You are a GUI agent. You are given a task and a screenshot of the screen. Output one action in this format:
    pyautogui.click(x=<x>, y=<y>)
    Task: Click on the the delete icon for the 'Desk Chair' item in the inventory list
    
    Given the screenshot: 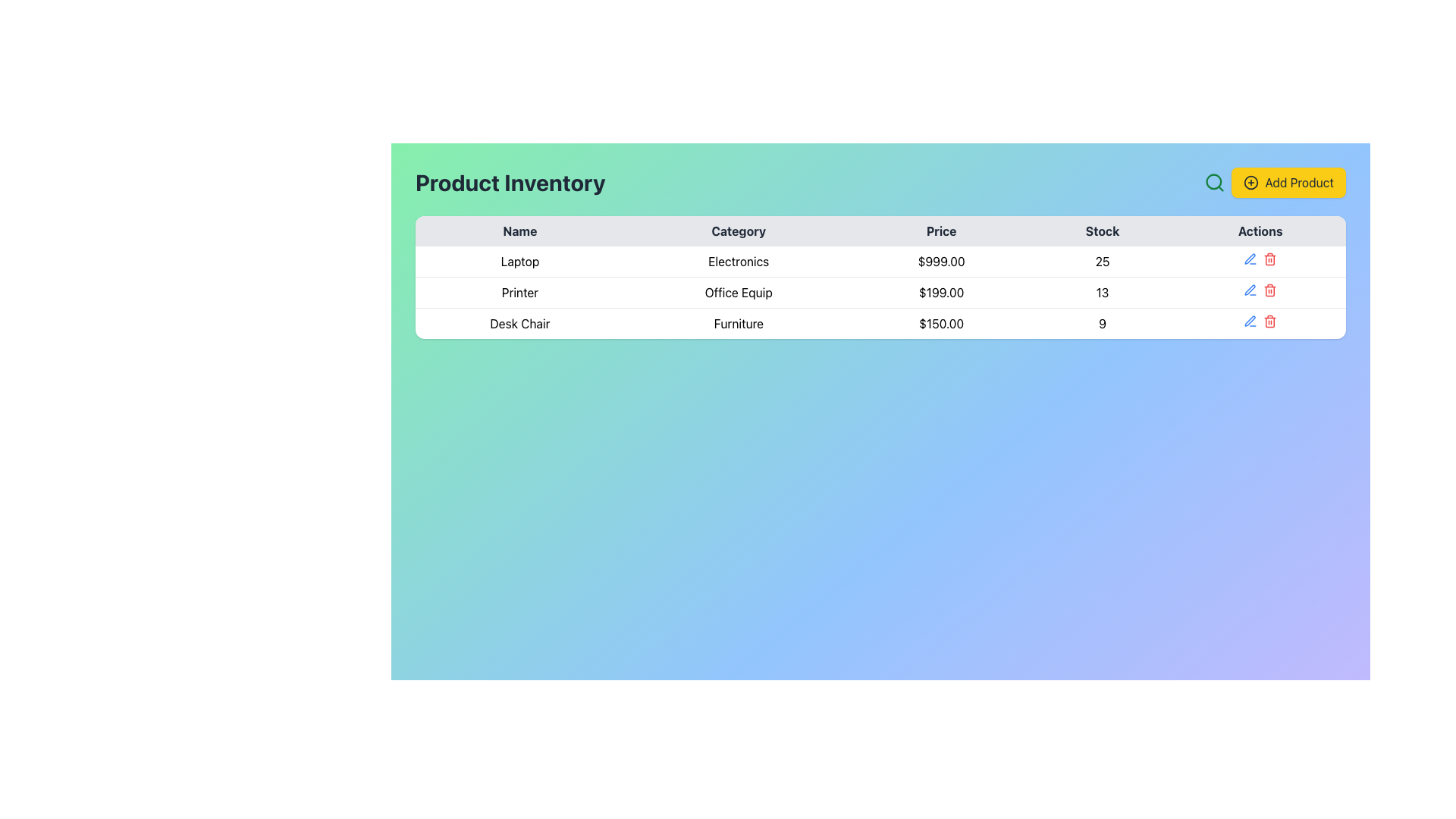 What is the action you would take?
    pyautogui.click(x=1270, y=321)
    